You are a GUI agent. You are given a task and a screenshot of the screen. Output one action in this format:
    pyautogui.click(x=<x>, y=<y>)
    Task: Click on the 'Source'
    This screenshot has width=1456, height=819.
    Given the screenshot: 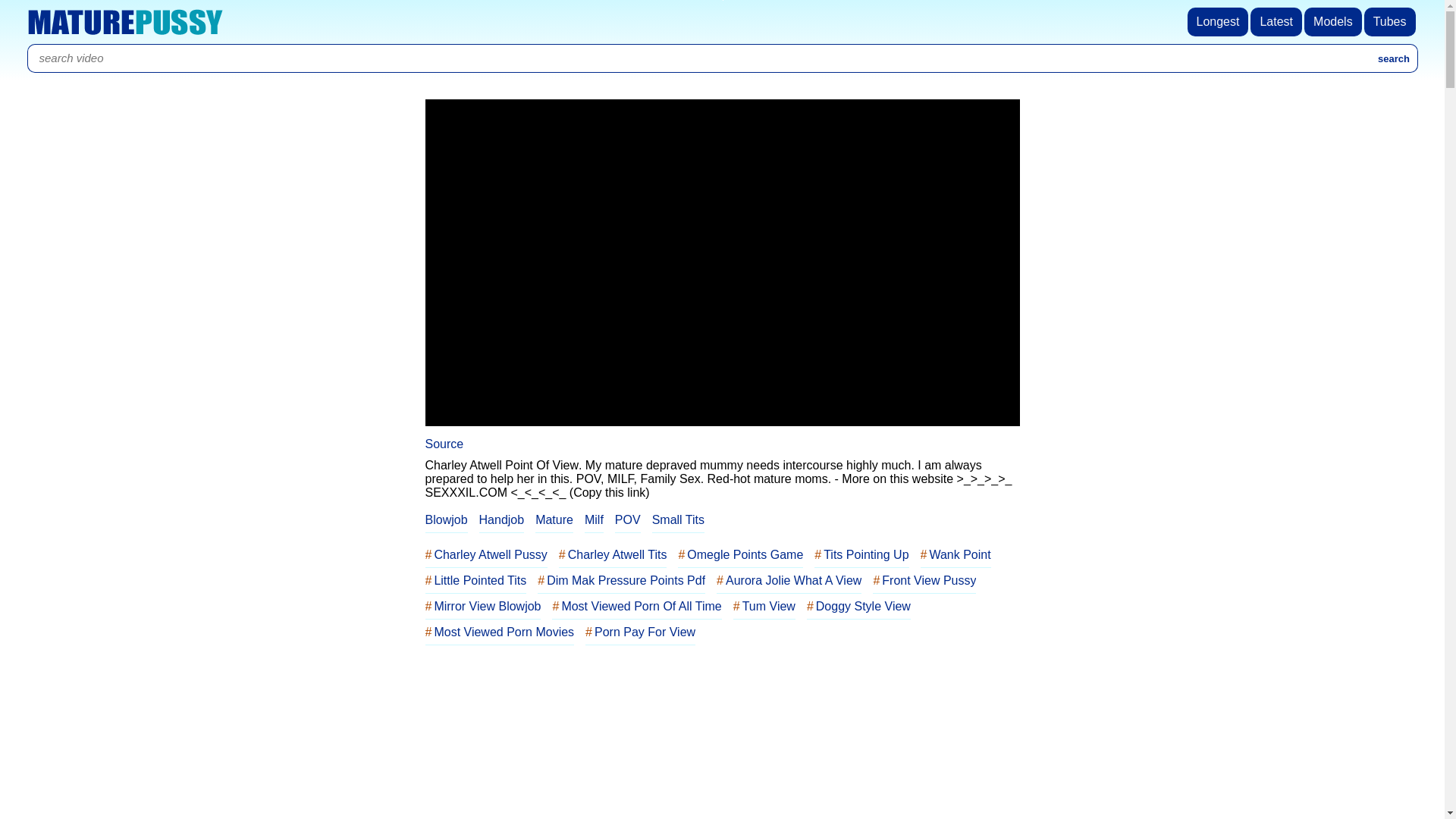 What is the action you would take?
    pyautogui.click(x=443, y=444)
    